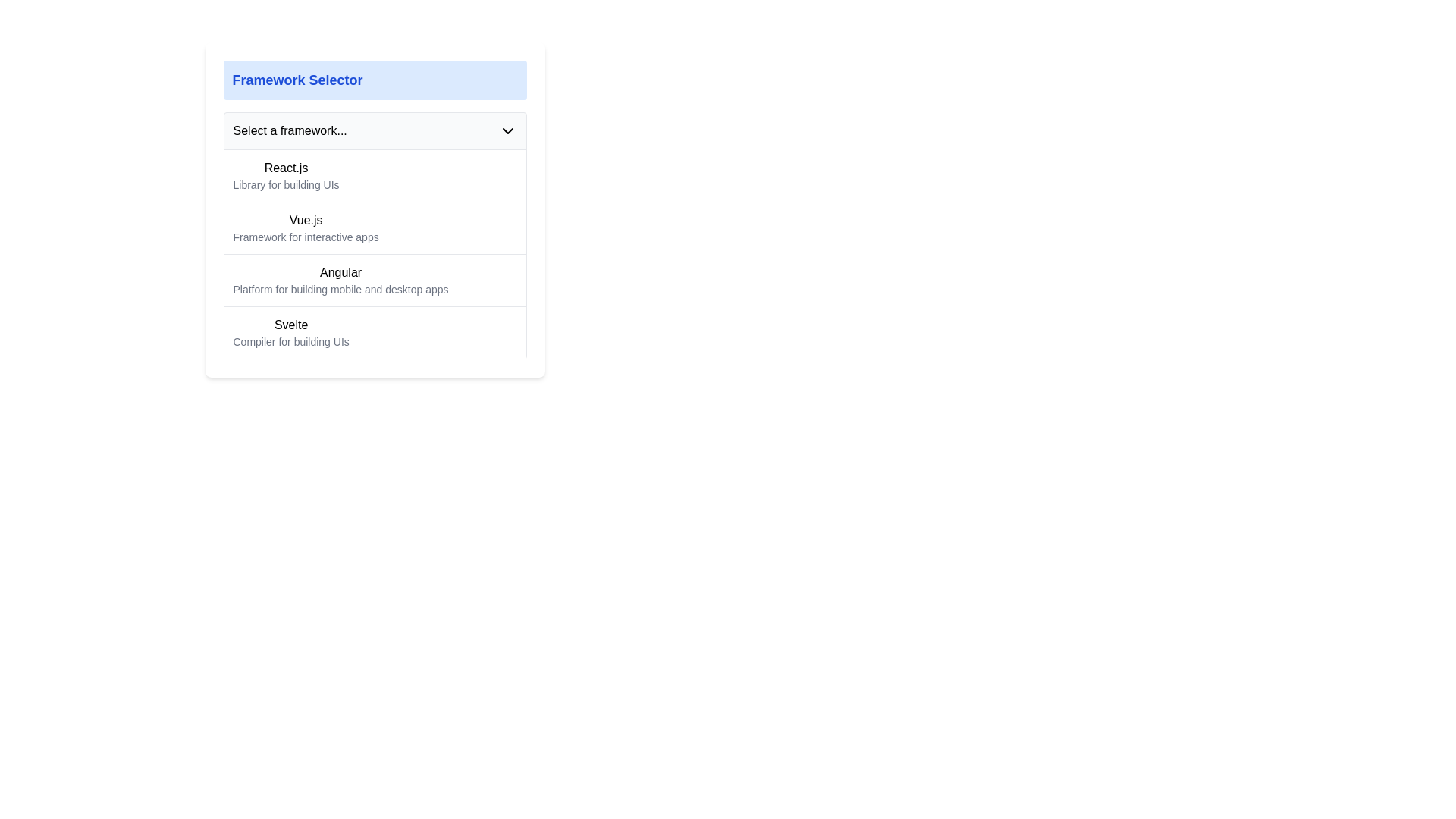 This screenshot has height=819, width=1456. What do you see at coordinates (291, 342) in the screenshot?
I see `text content of the gray text label that says 'Compiler for building UIs', located directly below the bold text 'Svelte' in the fourth list item of the dropdown menu titled 'Framework Selector'` at bounding box center [291, 342].